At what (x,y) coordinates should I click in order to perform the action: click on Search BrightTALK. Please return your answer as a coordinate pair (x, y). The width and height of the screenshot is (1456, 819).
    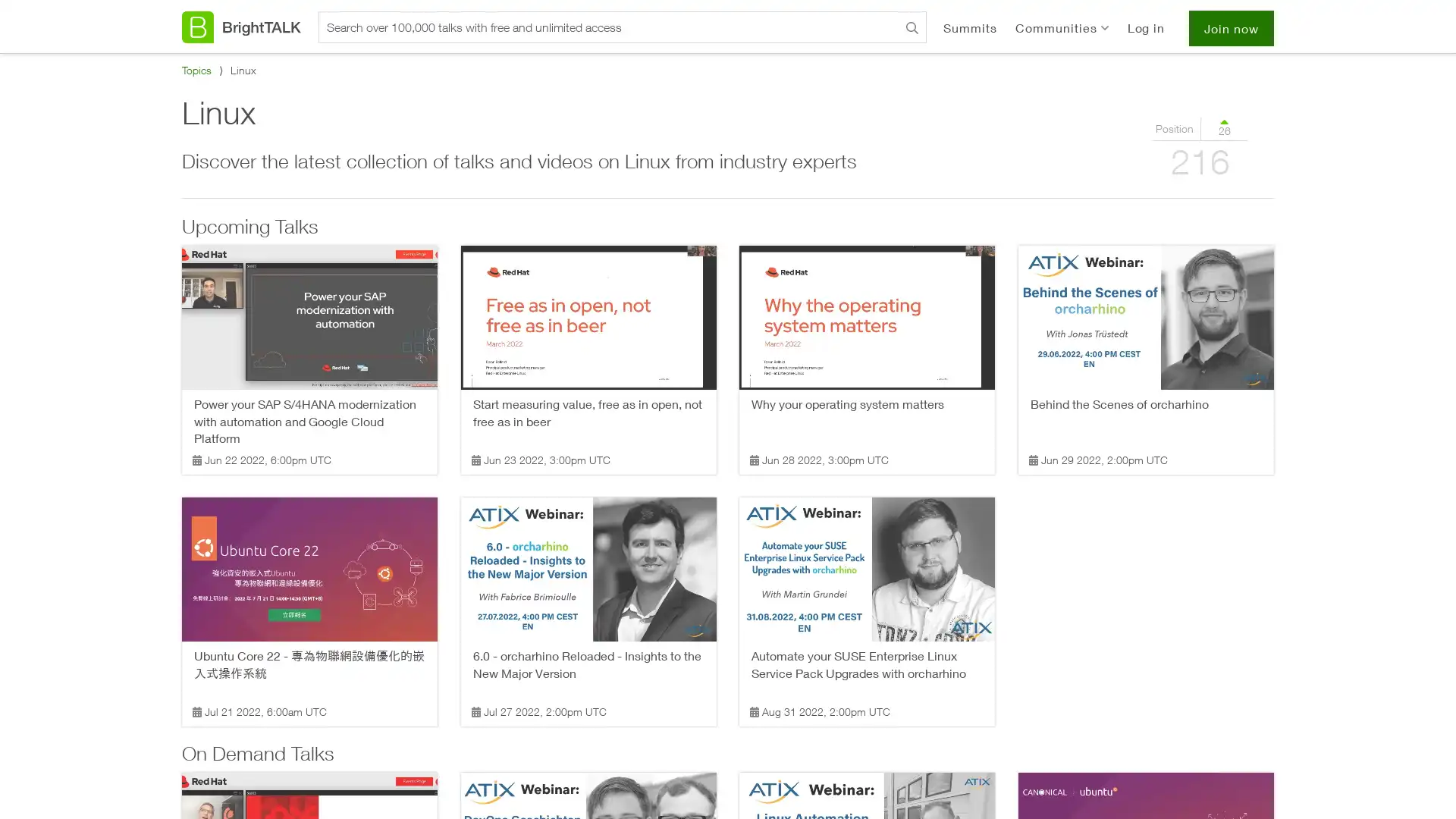
    Looking at the image, I should click on (912, 29).